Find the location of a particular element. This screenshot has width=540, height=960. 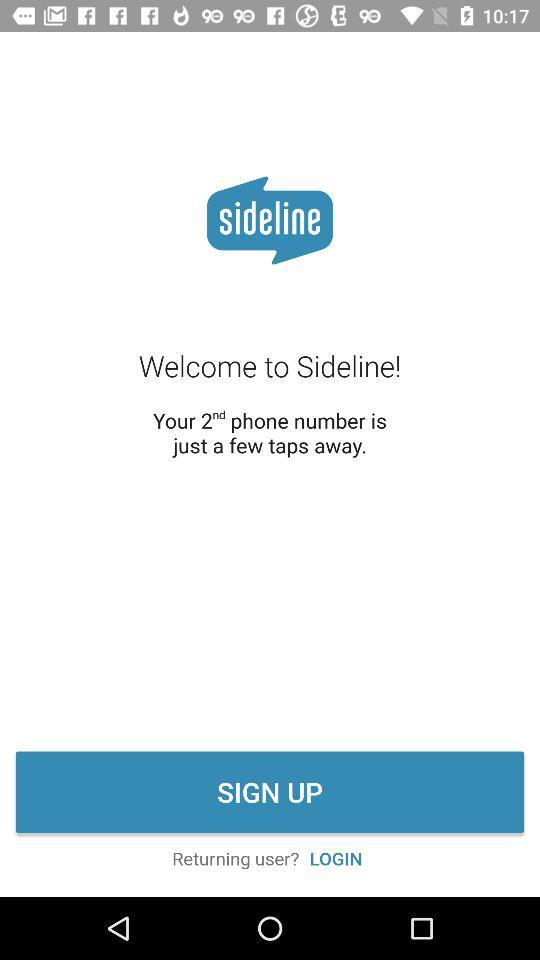

the login item is located at coordinates (336, 857).